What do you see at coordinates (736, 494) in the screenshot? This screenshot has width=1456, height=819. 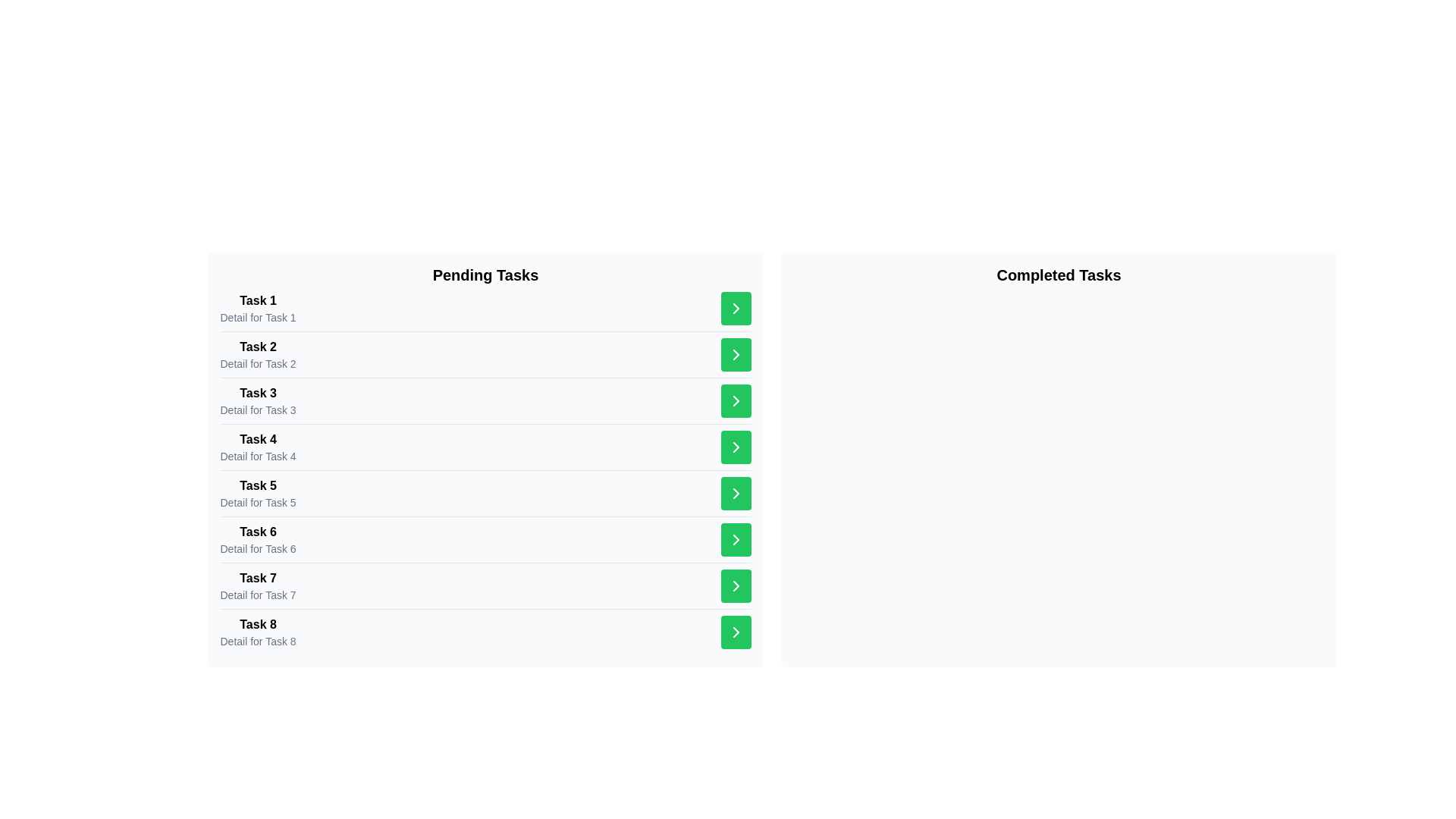 I see `the green button containing the chevron icon associated with the 'Task 5' entry in the 'Pending Tasks' list` at bounding box center [736, 494].